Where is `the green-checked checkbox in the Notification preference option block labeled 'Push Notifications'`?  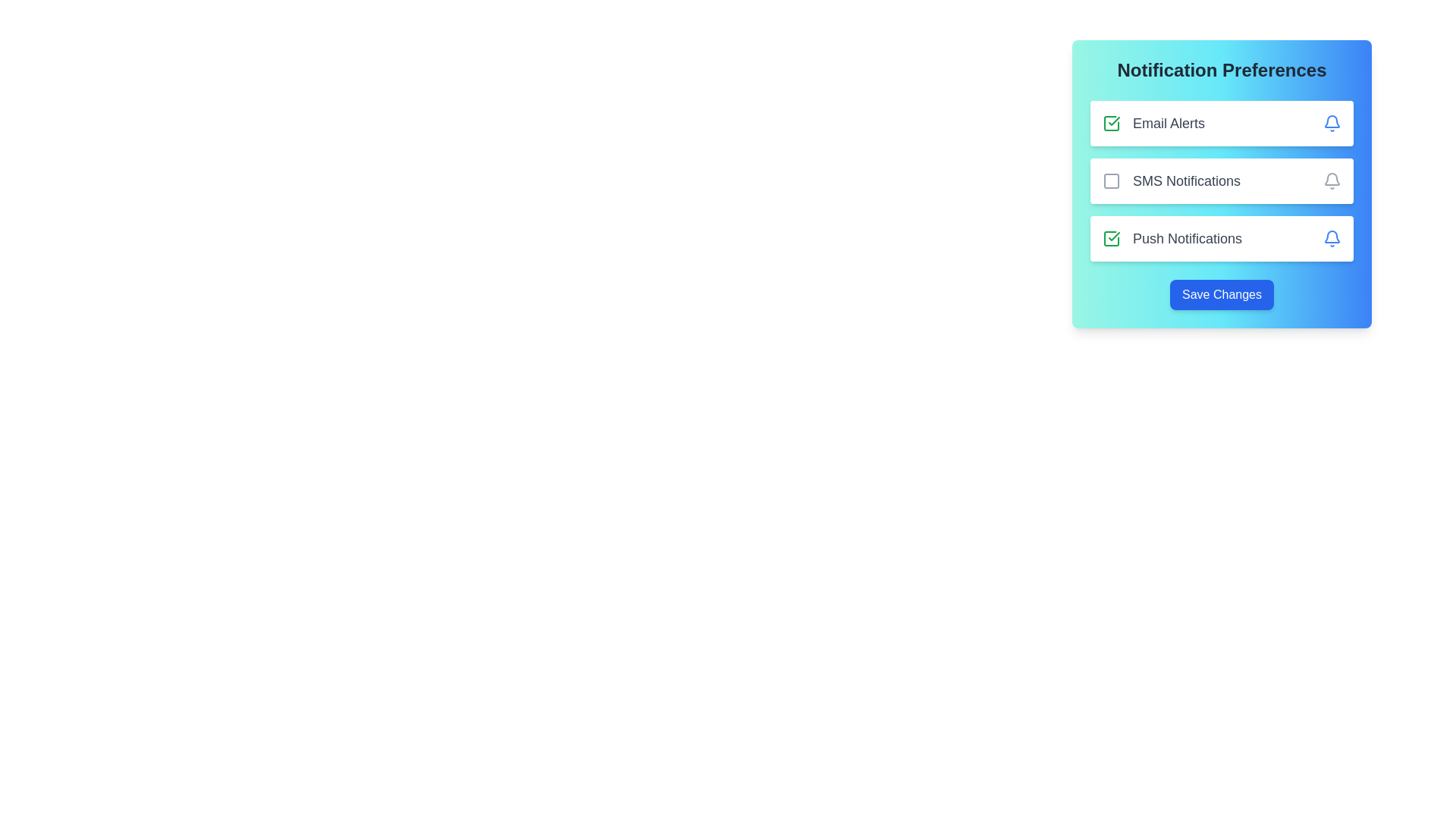
the green-checked checkbox in the Notification preference option block labeled 'Push Notifications' is located at coordinates (1222, 239).